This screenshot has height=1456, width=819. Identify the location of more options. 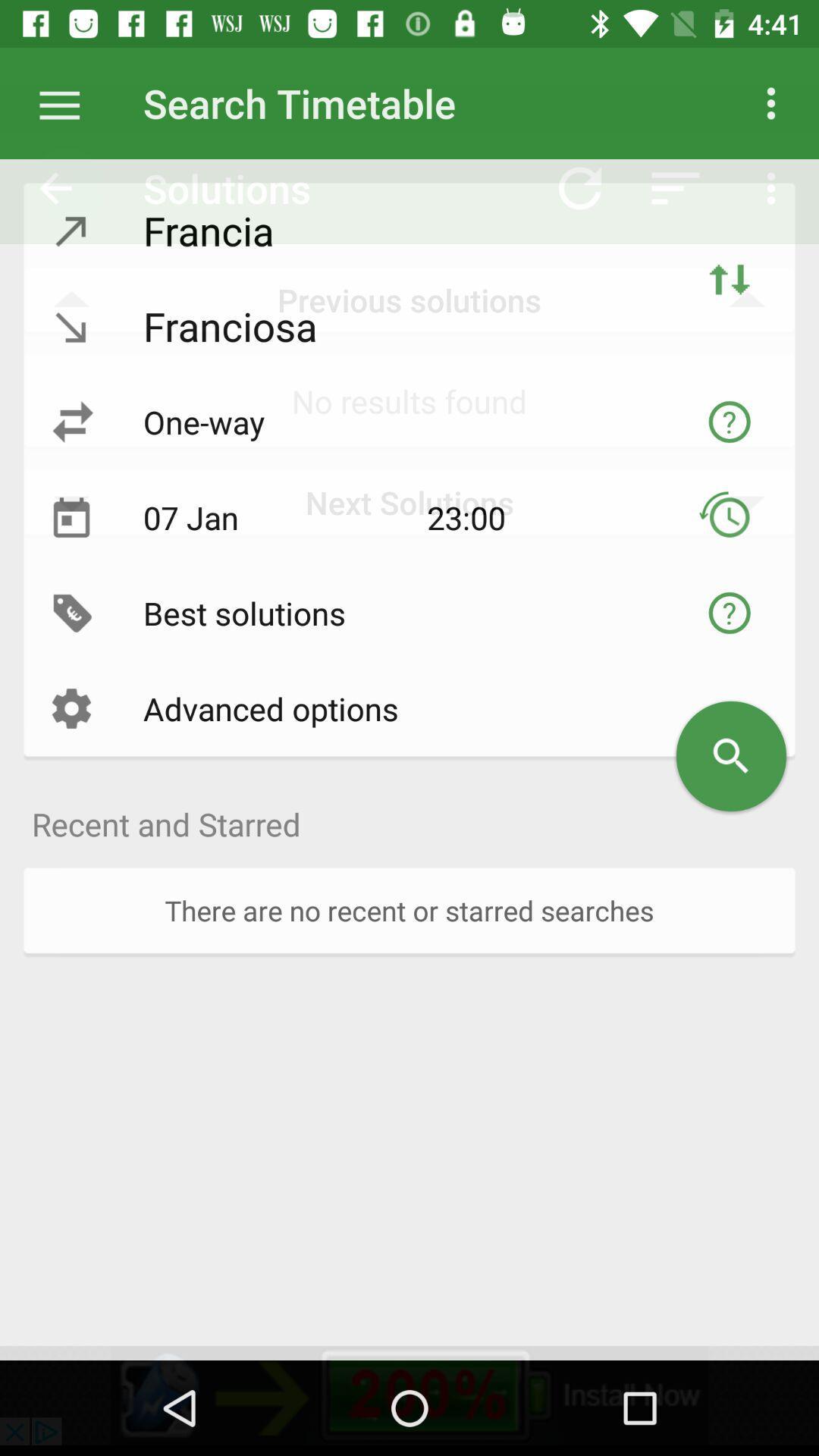
(67, 102).